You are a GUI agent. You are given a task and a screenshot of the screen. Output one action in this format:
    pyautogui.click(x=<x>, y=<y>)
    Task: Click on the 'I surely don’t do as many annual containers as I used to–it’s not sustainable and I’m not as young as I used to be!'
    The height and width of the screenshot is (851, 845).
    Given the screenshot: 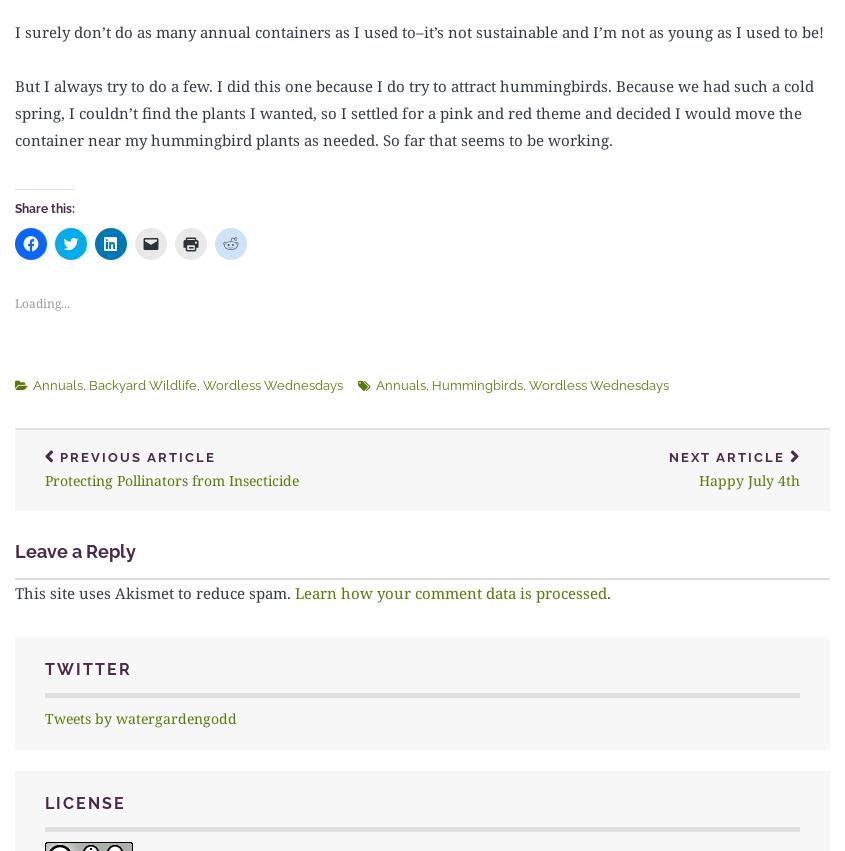 What is the action you would take?
    pyautogui.click(x=418, y=30)
    